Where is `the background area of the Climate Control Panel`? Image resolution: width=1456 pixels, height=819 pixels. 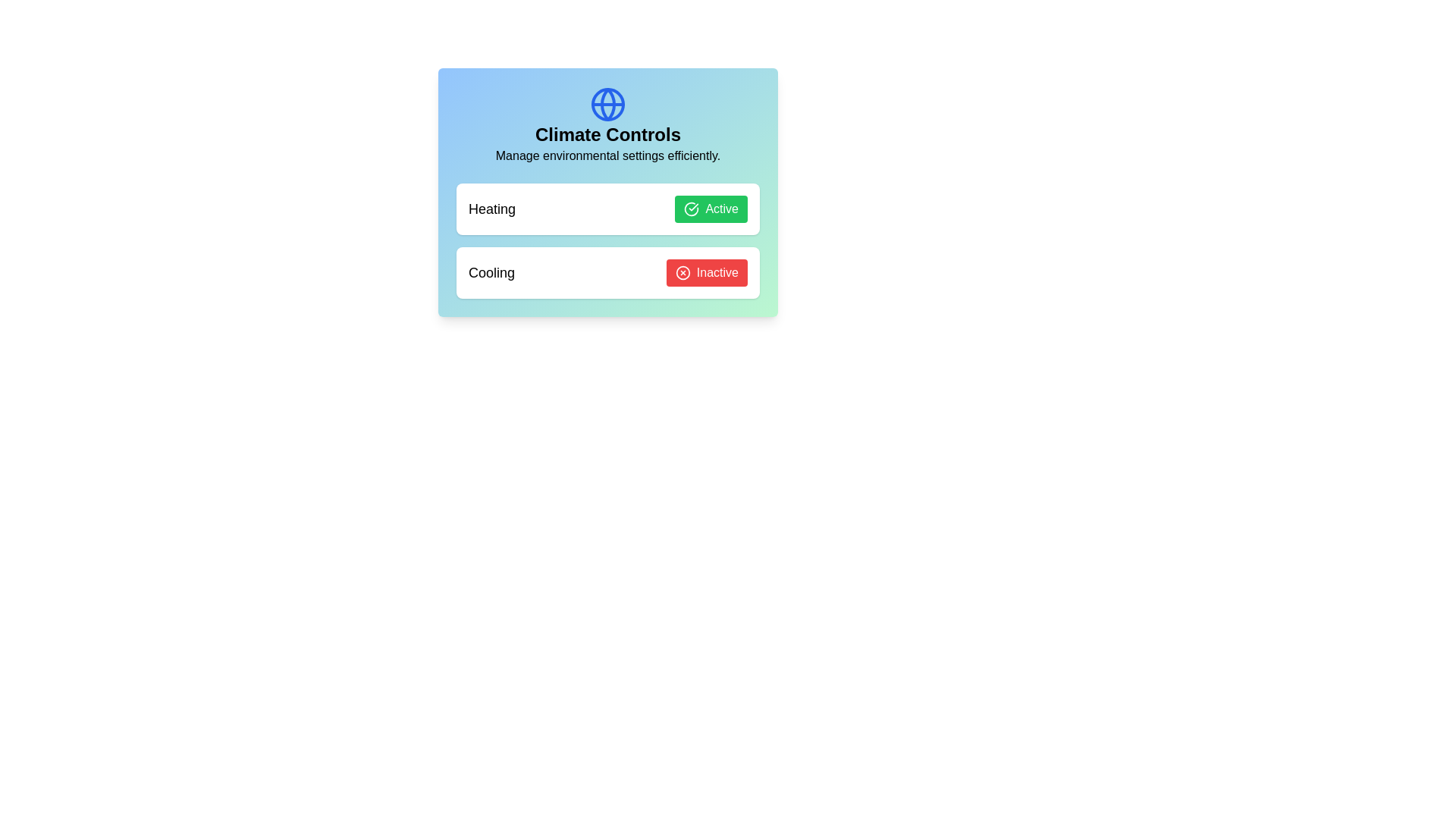
the background area of the Climate Control Panel is located at coordinates (378, 378).